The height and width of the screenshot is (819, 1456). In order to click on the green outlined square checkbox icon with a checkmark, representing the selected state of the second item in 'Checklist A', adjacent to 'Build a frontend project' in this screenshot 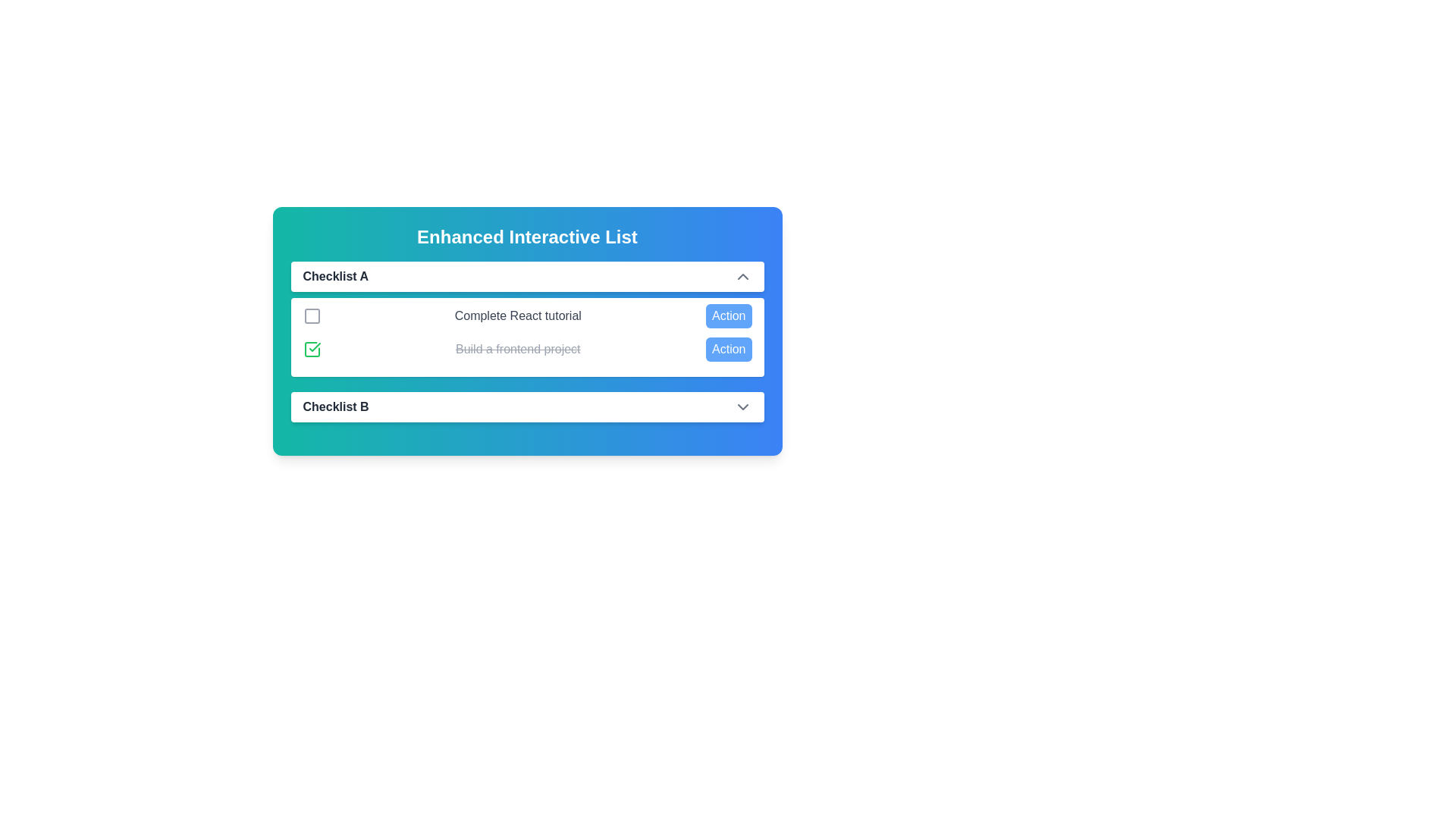, I will do `click(311, 350)`.